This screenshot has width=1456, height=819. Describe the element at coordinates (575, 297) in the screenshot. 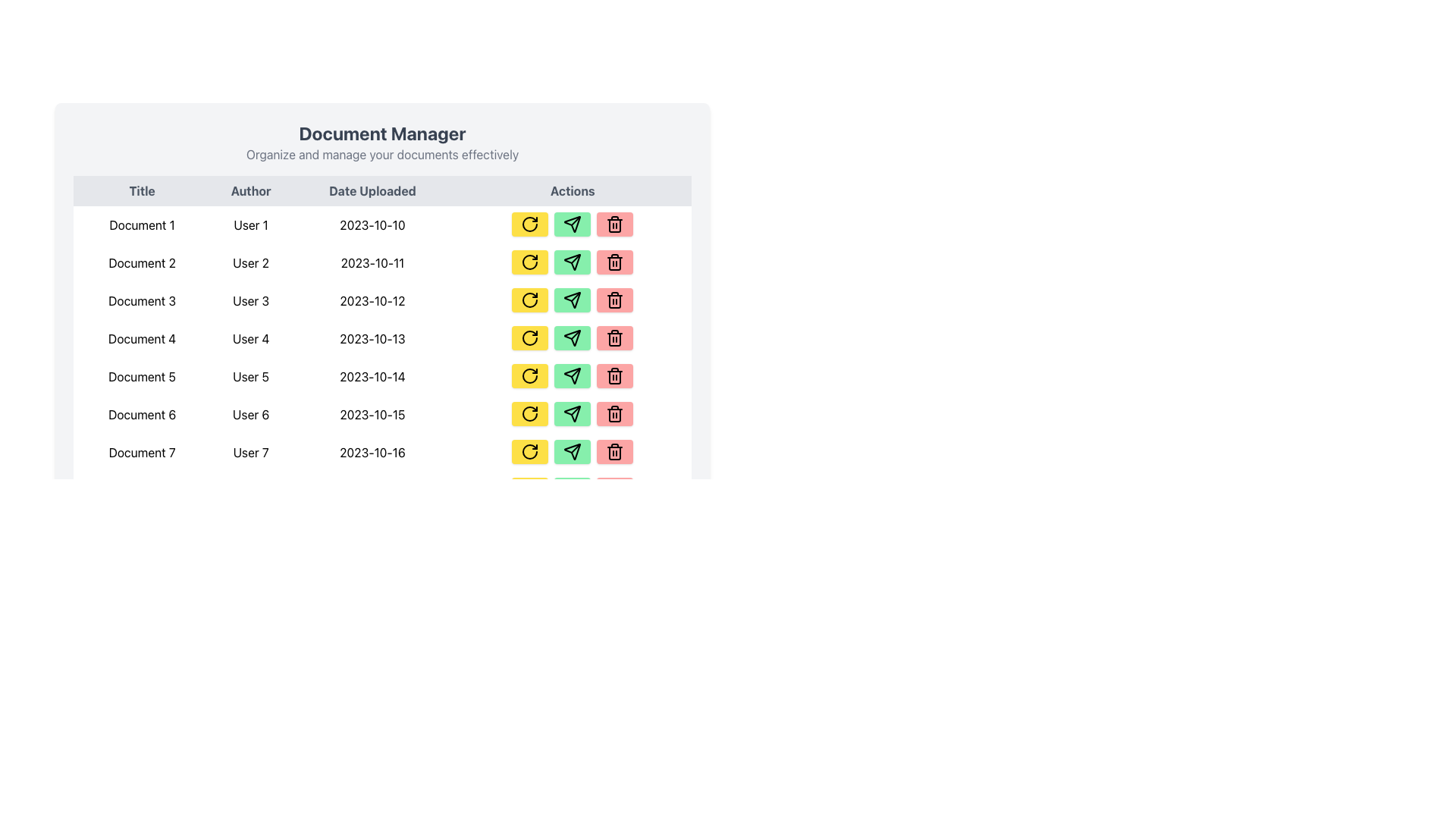

I see `the arrow-like icon associated with sending or forwarding actions in the 'Actions' column for 'Document 3'` at that location.